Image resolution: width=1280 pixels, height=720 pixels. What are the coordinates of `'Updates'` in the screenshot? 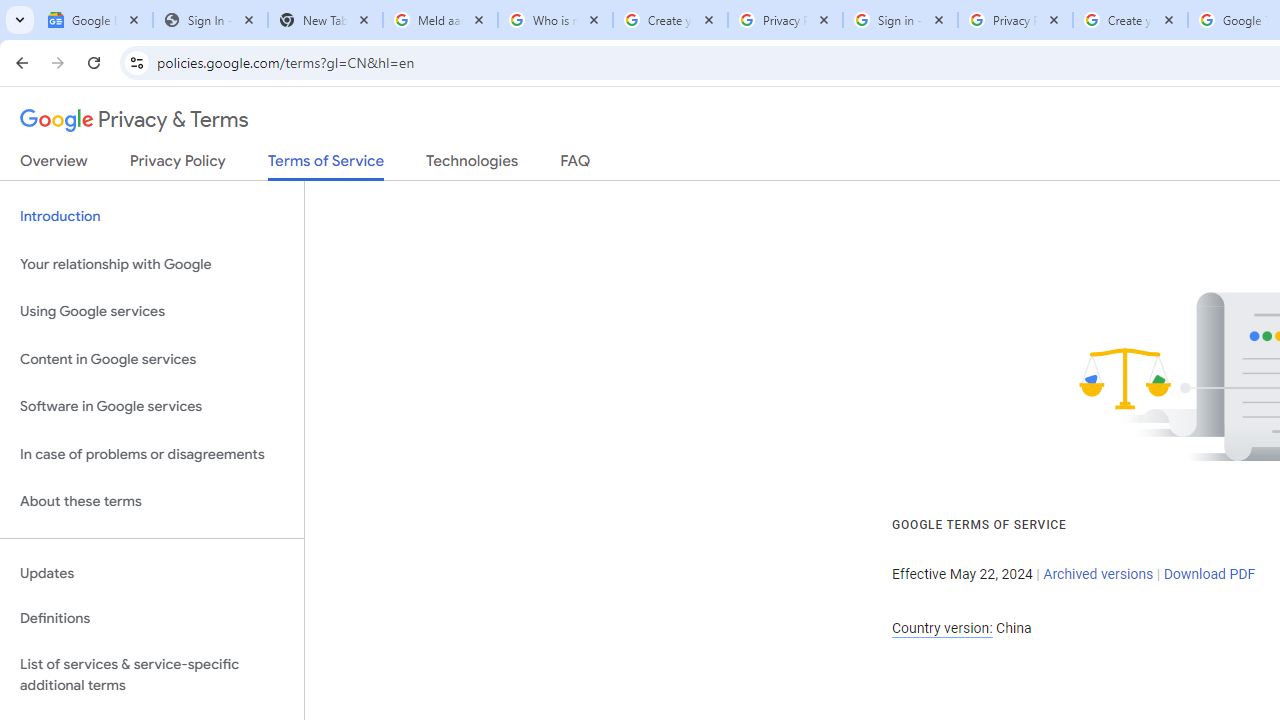 It's located at (151, 573).